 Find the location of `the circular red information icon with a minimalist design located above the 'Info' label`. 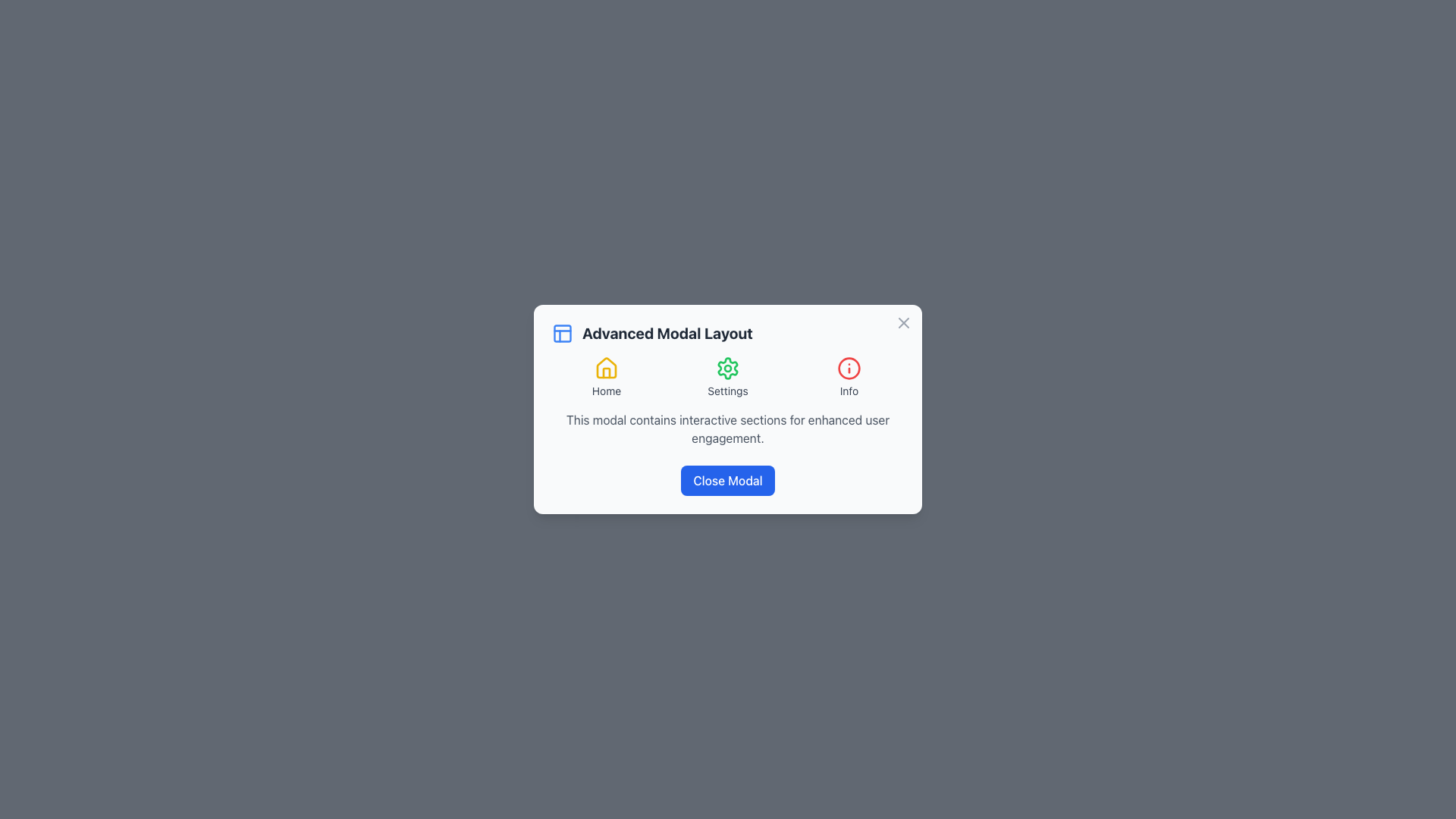

the circular red information icon with a minimalist design located above the 'Info' label is located at coordinates (848, 369).